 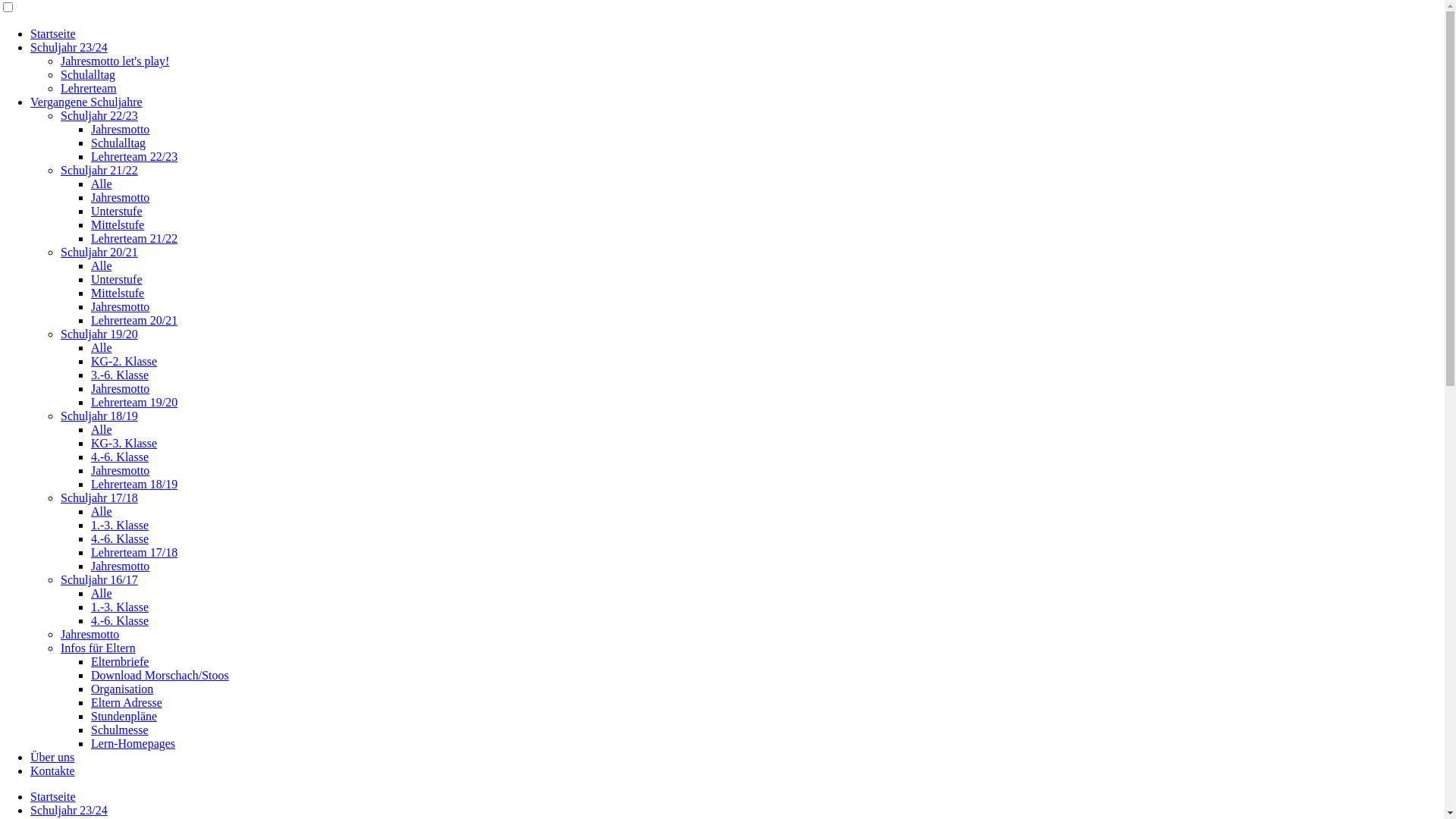 I want to click on 'Unterstufe', so click(x=115, y=211).